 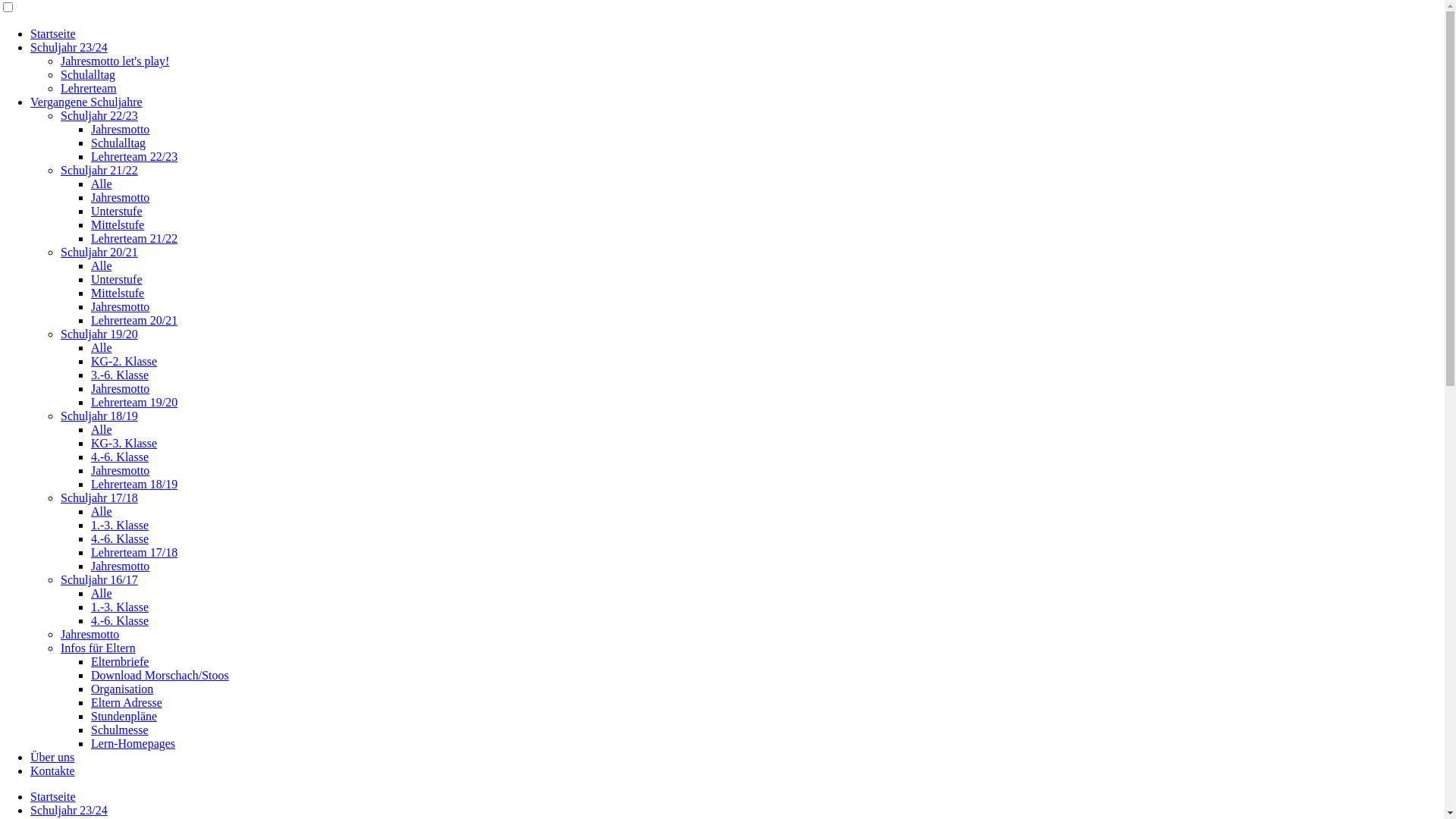 I want to click on 'Unterstufe', so click(x=115, y=211).